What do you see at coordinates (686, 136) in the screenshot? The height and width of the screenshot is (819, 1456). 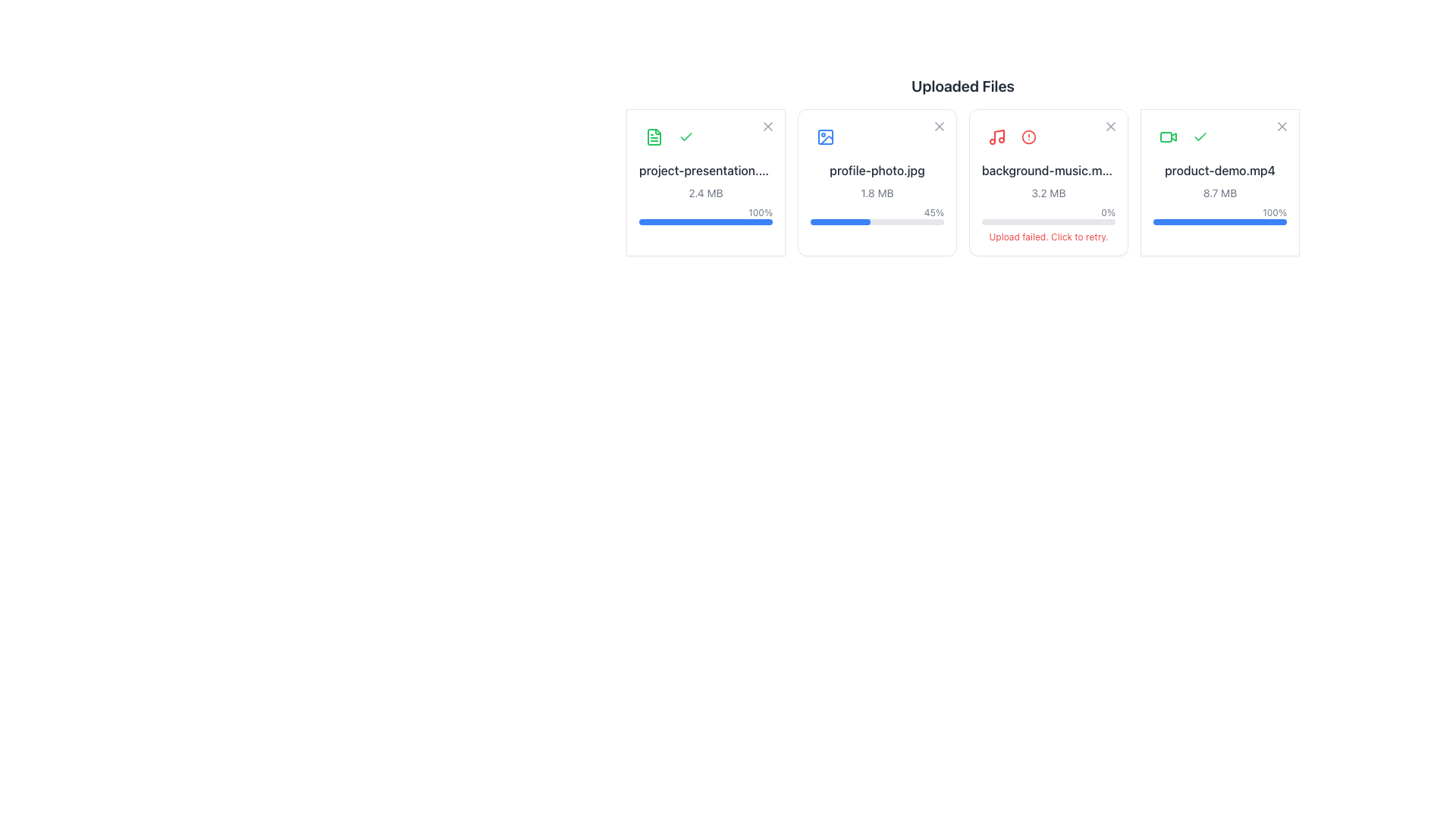 I see `the checkmark icon indicating successful upload of 'product-demo.mp4'` at bounding box center [686, 136].